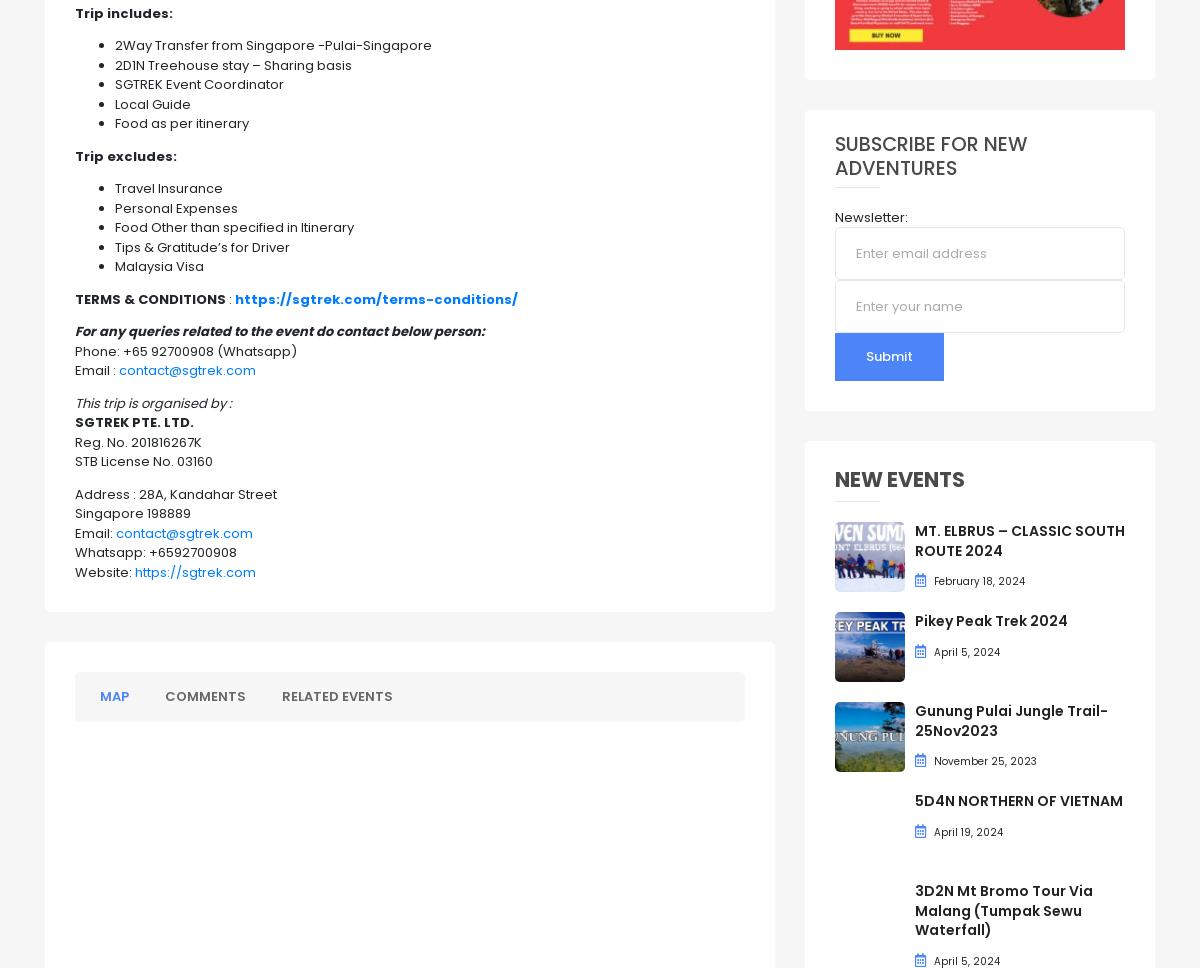 Image resolution: width=1200 pixels, height=968 pixels. What do you see at coordinates (278, 331) in the screenshot?
I see `'For any queries related to the event do contact below person:'` at bounding box center [278, 331].